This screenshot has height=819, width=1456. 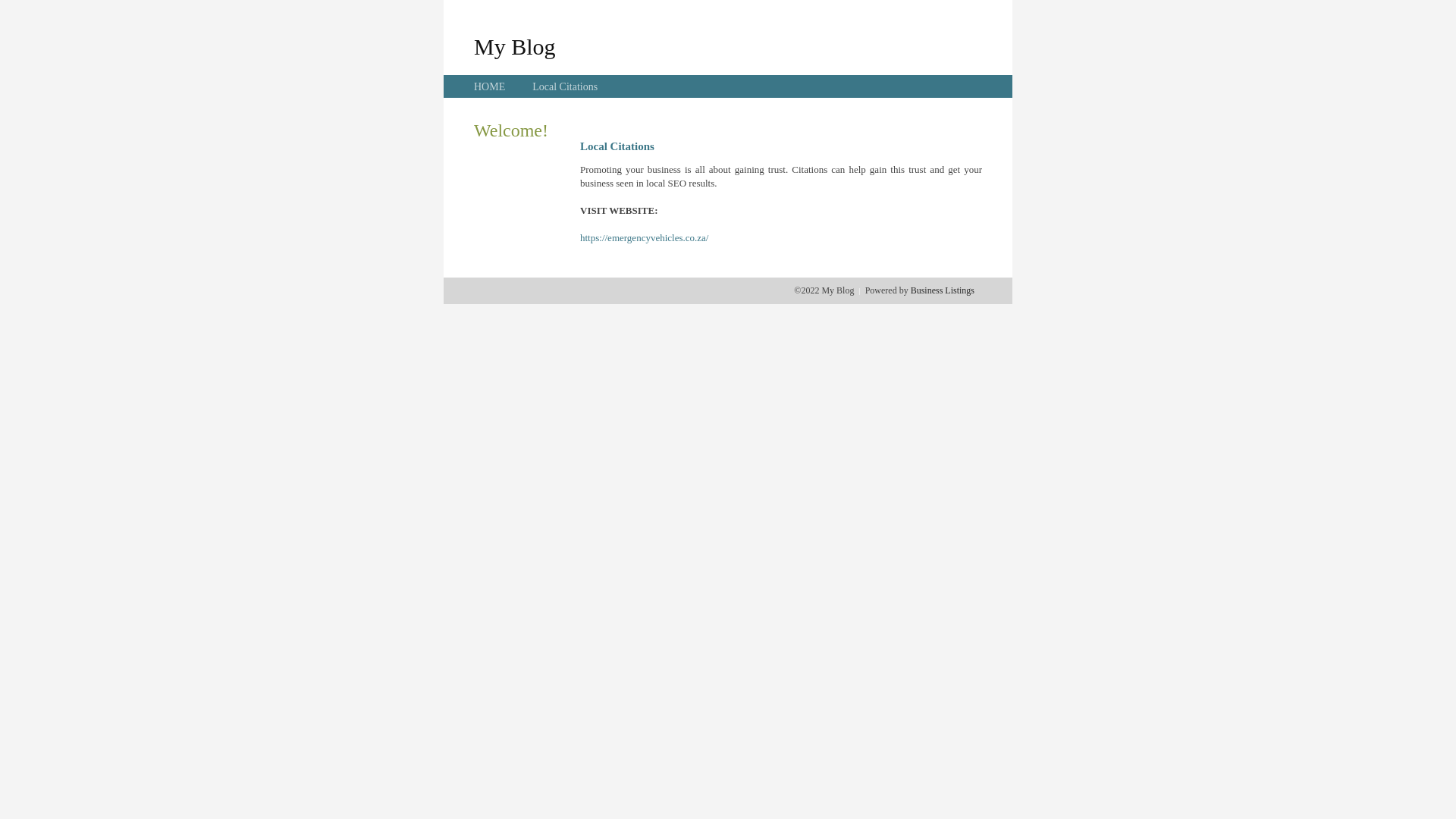 What do you see at coordinates (942, 290) in the screenshot?
I see `'Business Listings'` at bounding box center [942, 290].